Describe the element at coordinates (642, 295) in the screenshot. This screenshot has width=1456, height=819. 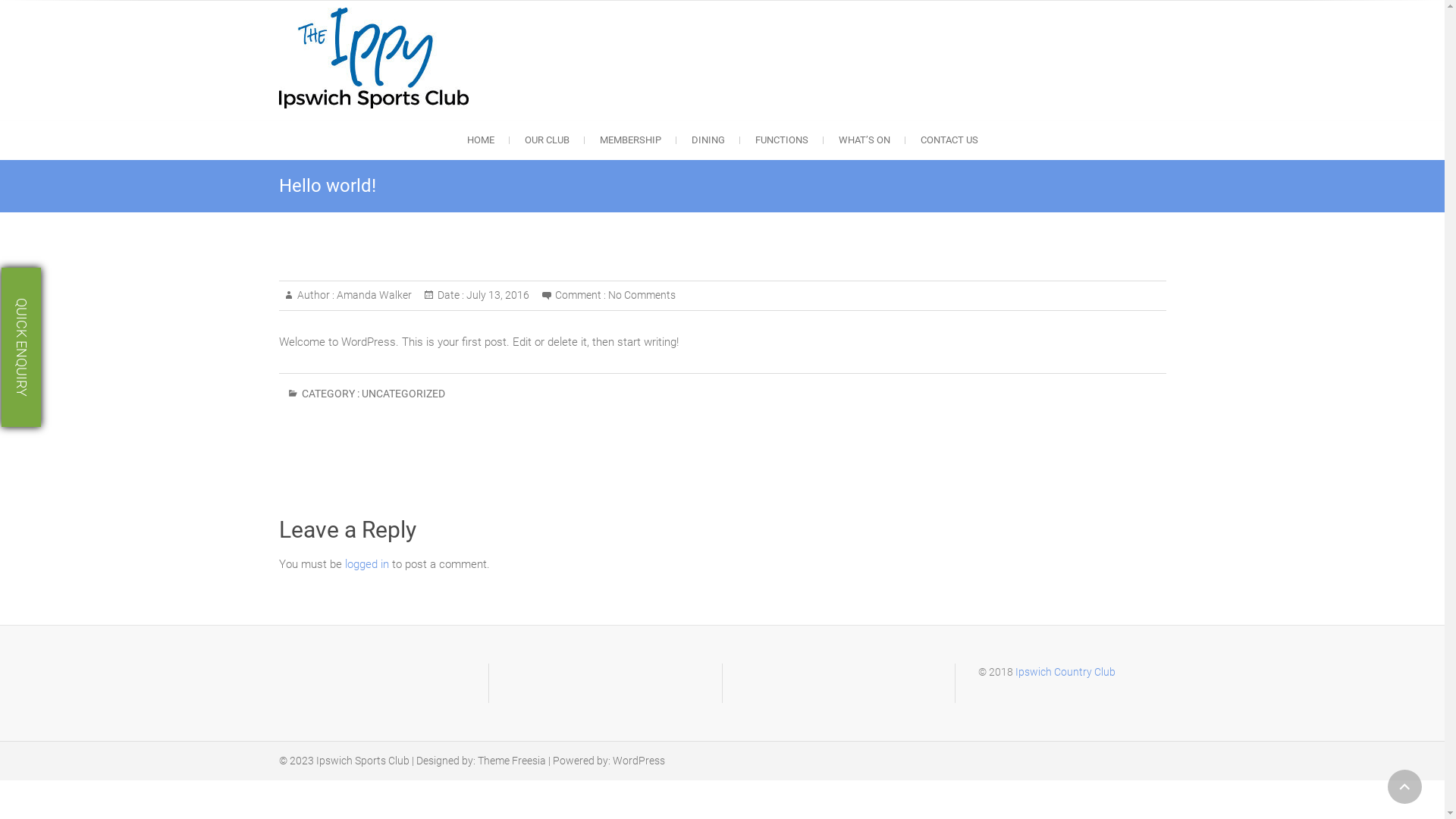
I see `'No Comments'` at that location.